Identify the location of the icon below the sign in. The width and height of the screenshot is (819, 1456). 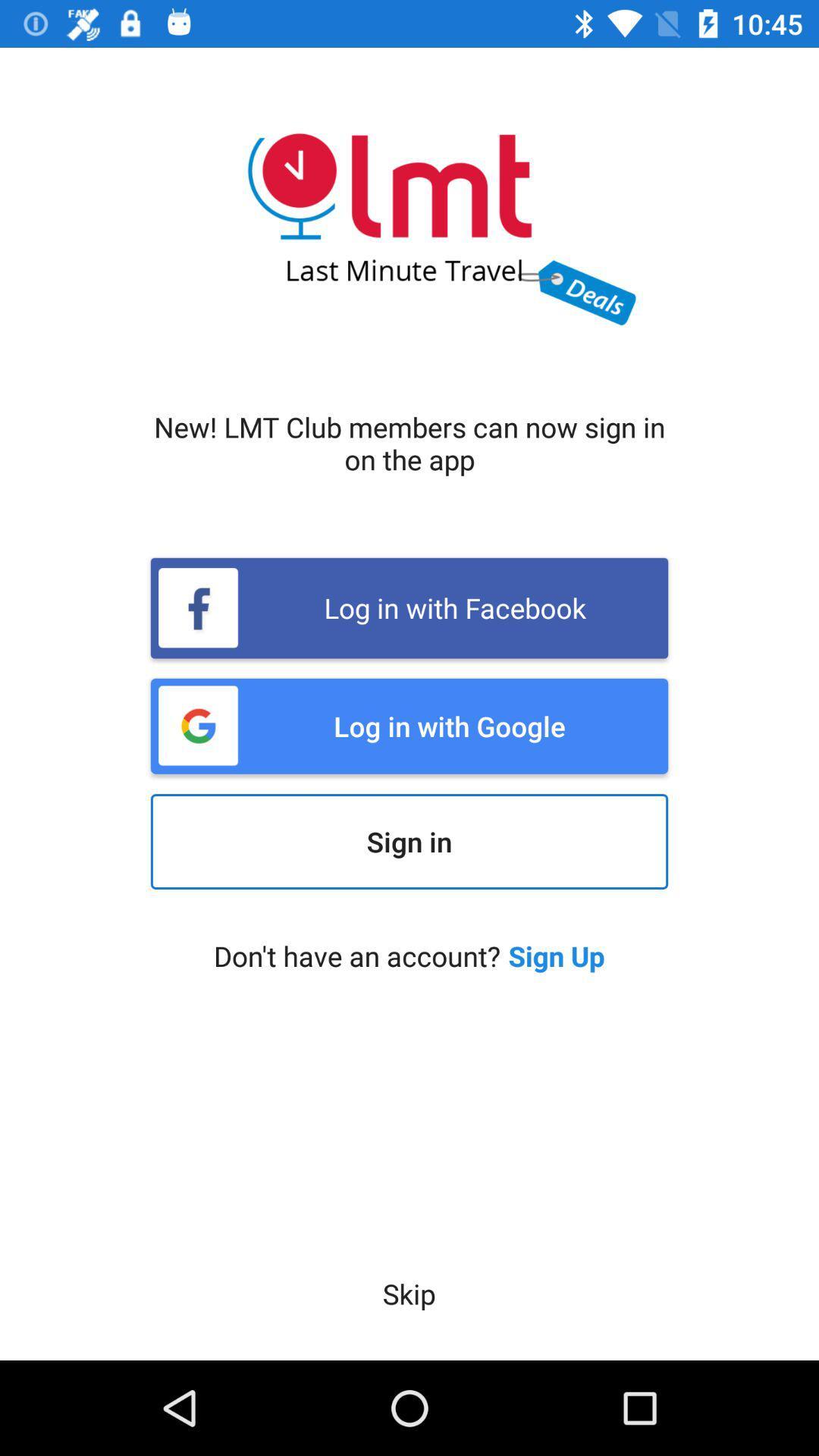
(557, 955).